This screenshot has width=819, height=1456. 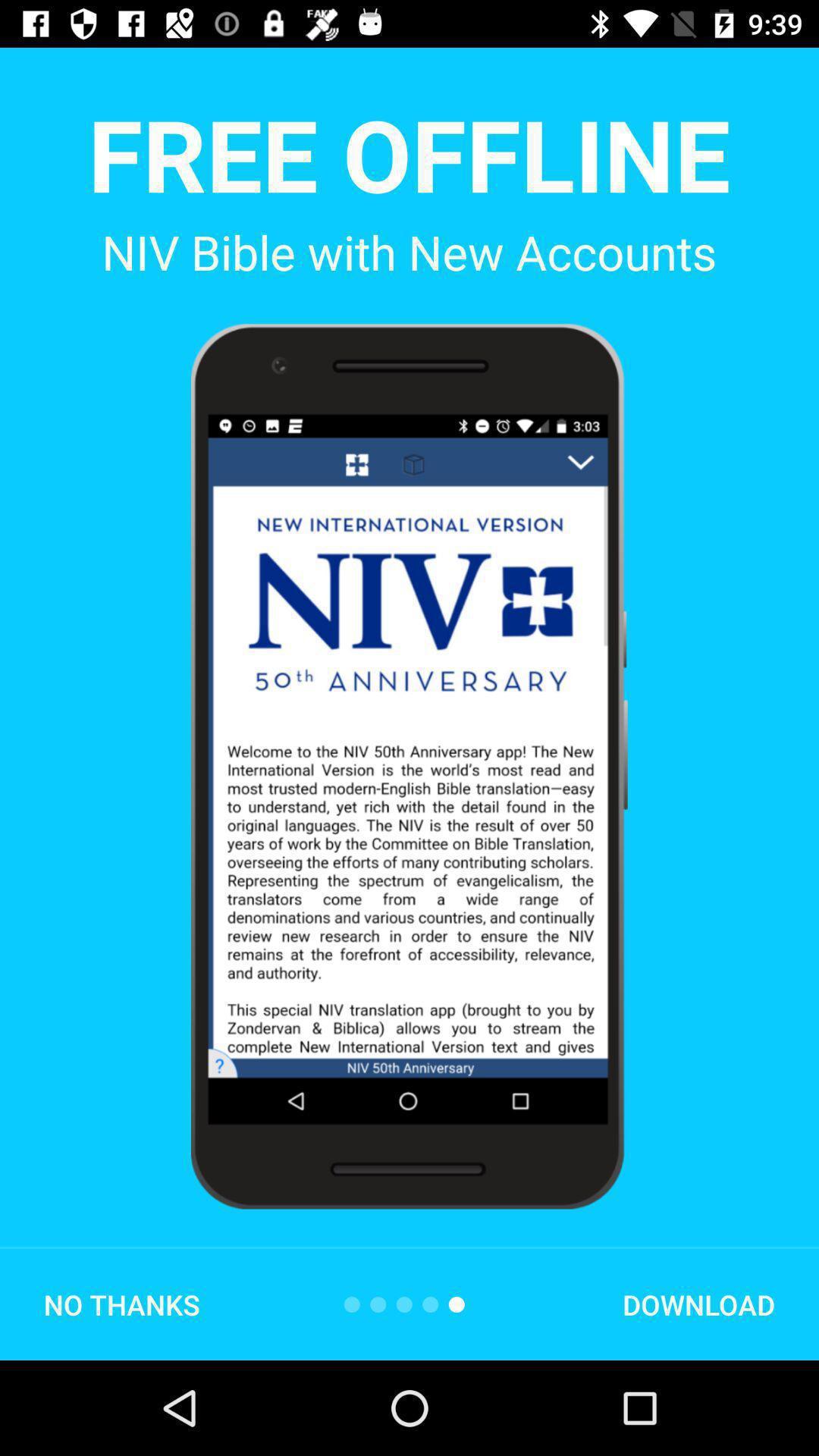 I want to click on the download, so click(x=698, y=1304).